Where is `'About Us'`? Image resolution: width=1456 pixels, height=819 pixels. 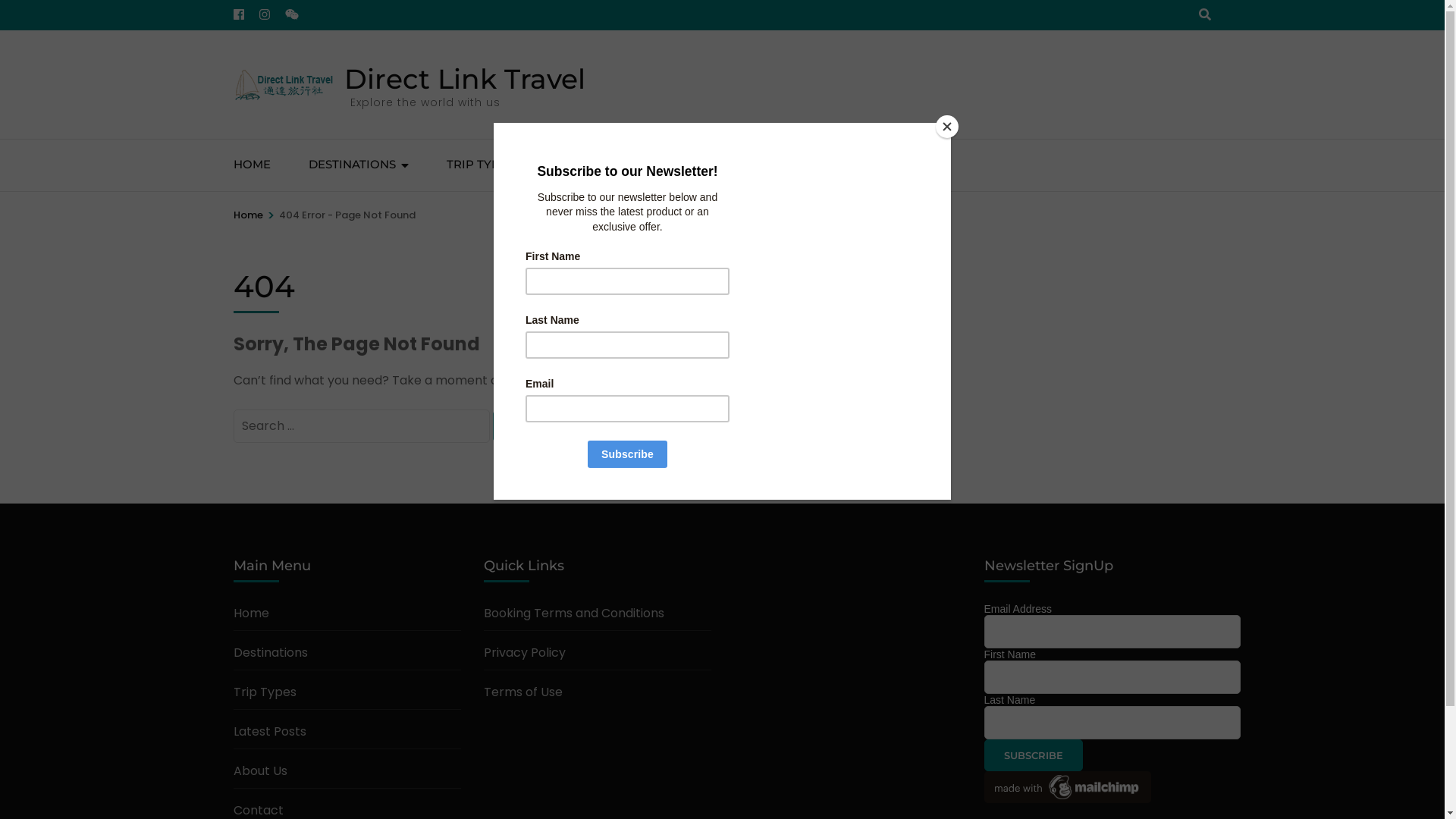
'About Us' is located at coordinates (260, 770).